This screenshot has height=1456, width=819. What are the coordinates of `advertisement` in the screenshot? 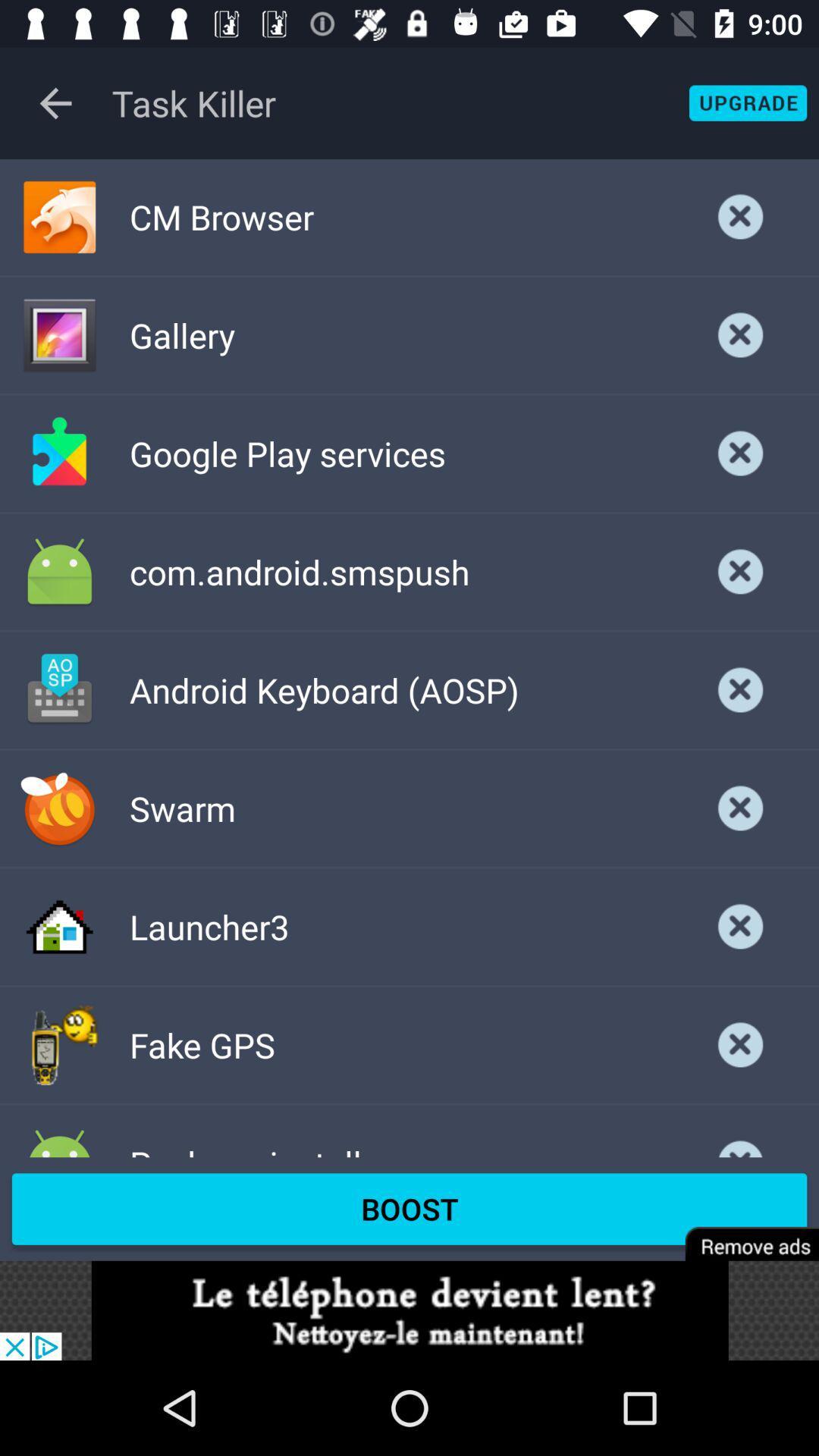 It's located at (409, 1310).